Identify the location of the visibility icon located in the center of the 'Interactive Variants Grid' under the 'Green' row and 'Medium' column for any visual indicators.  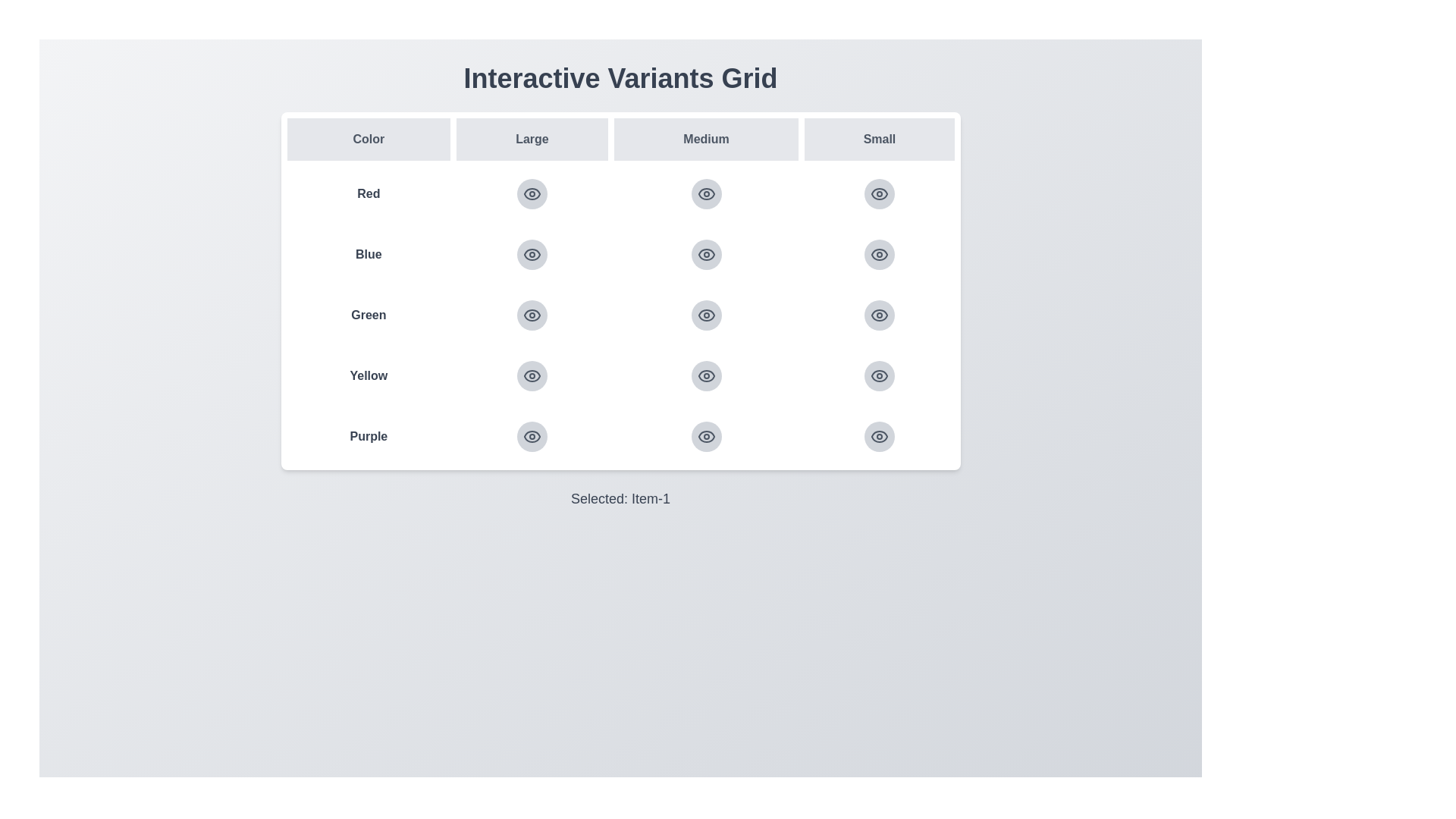
(705, 315).